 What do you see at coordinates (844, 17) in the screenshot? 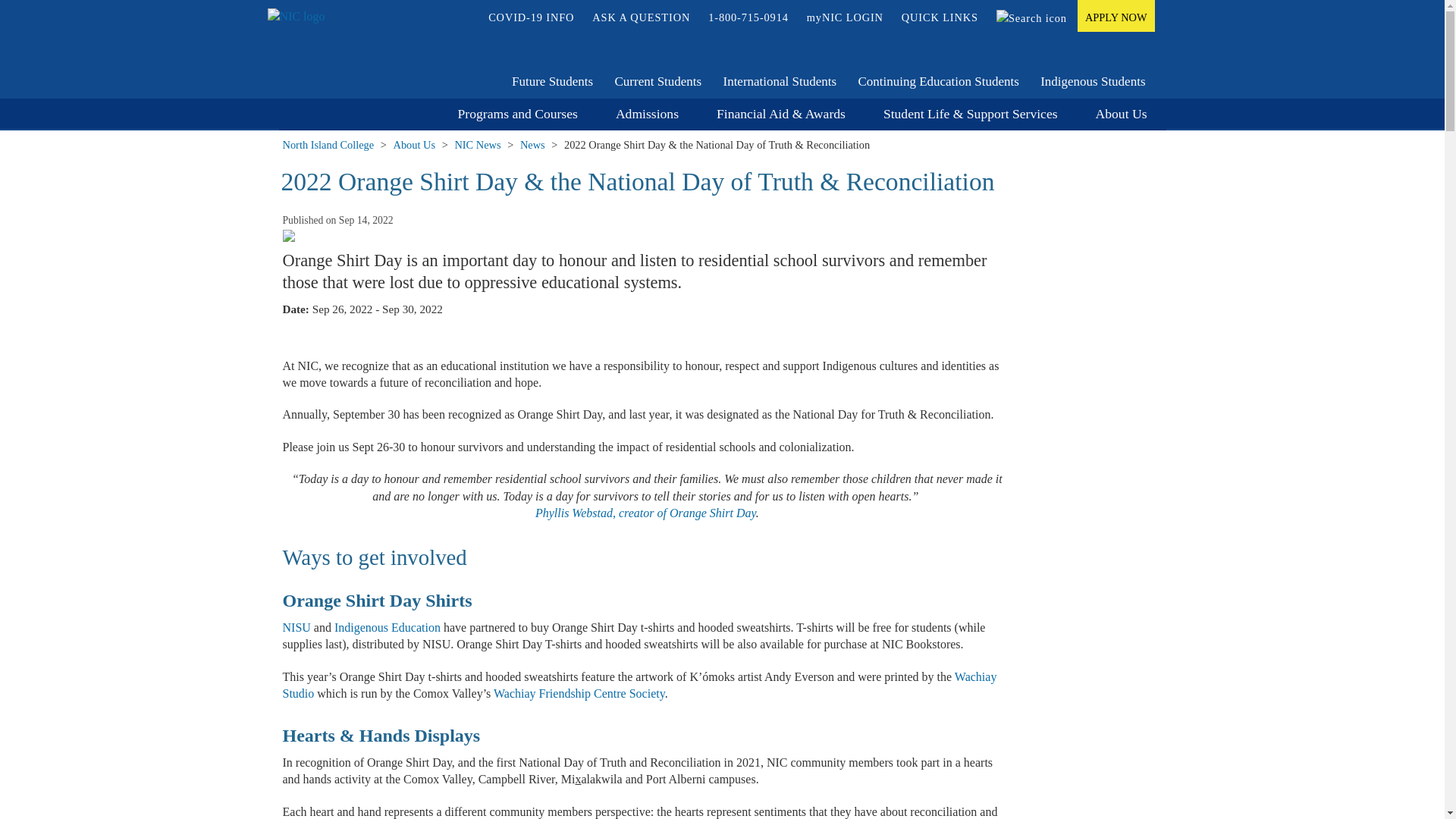
I see `'myNIC LOGIN'` at bounding box center [844, 17].